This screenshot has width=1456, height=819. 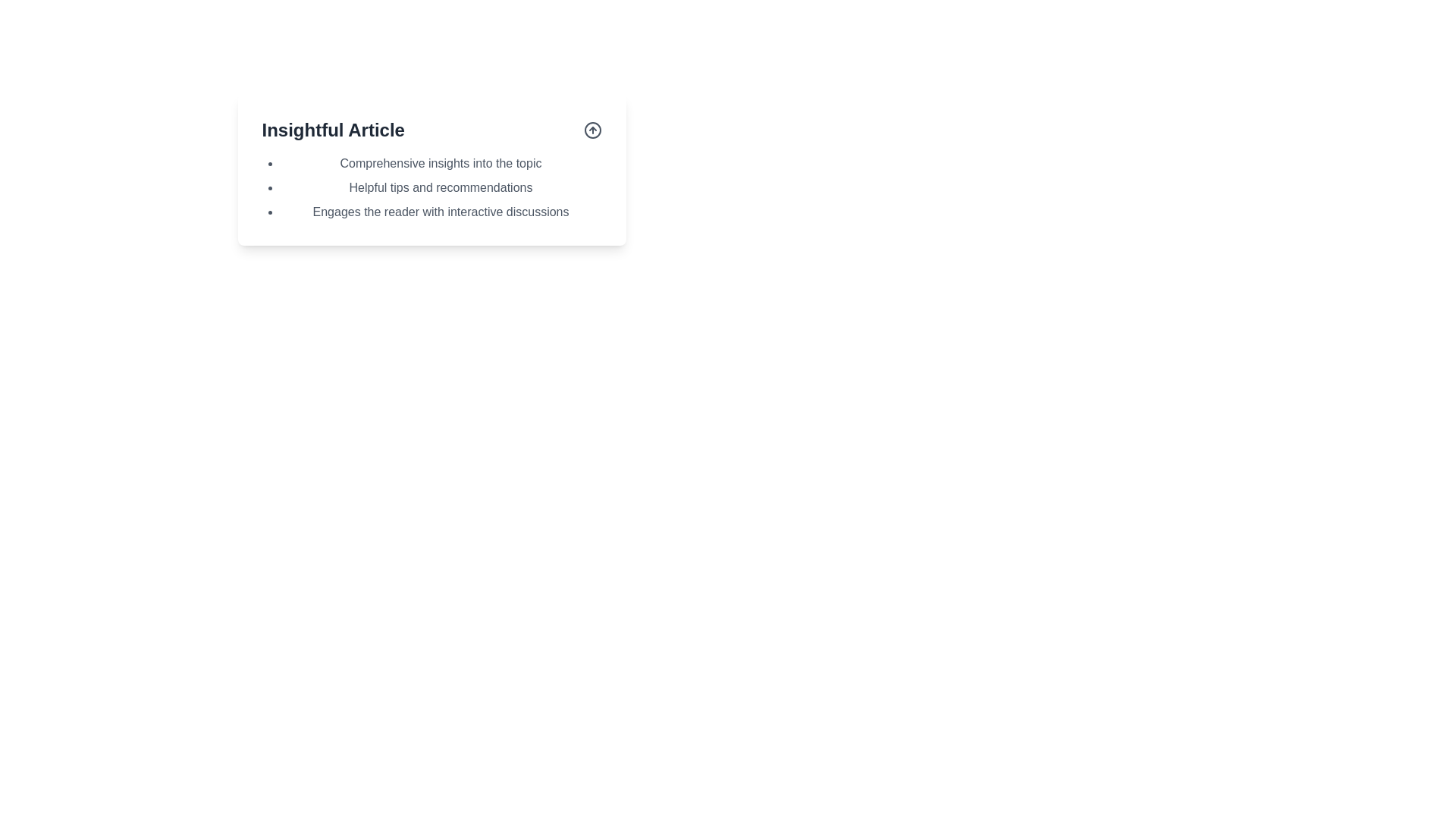 What do you see at coordinates (440, 212) in the screenshot?
I see `the third bullet-point item in the list under 'Insightful Article' that reads 'Engages the reader with interactive discussions'` at bounding box center [440, 212].